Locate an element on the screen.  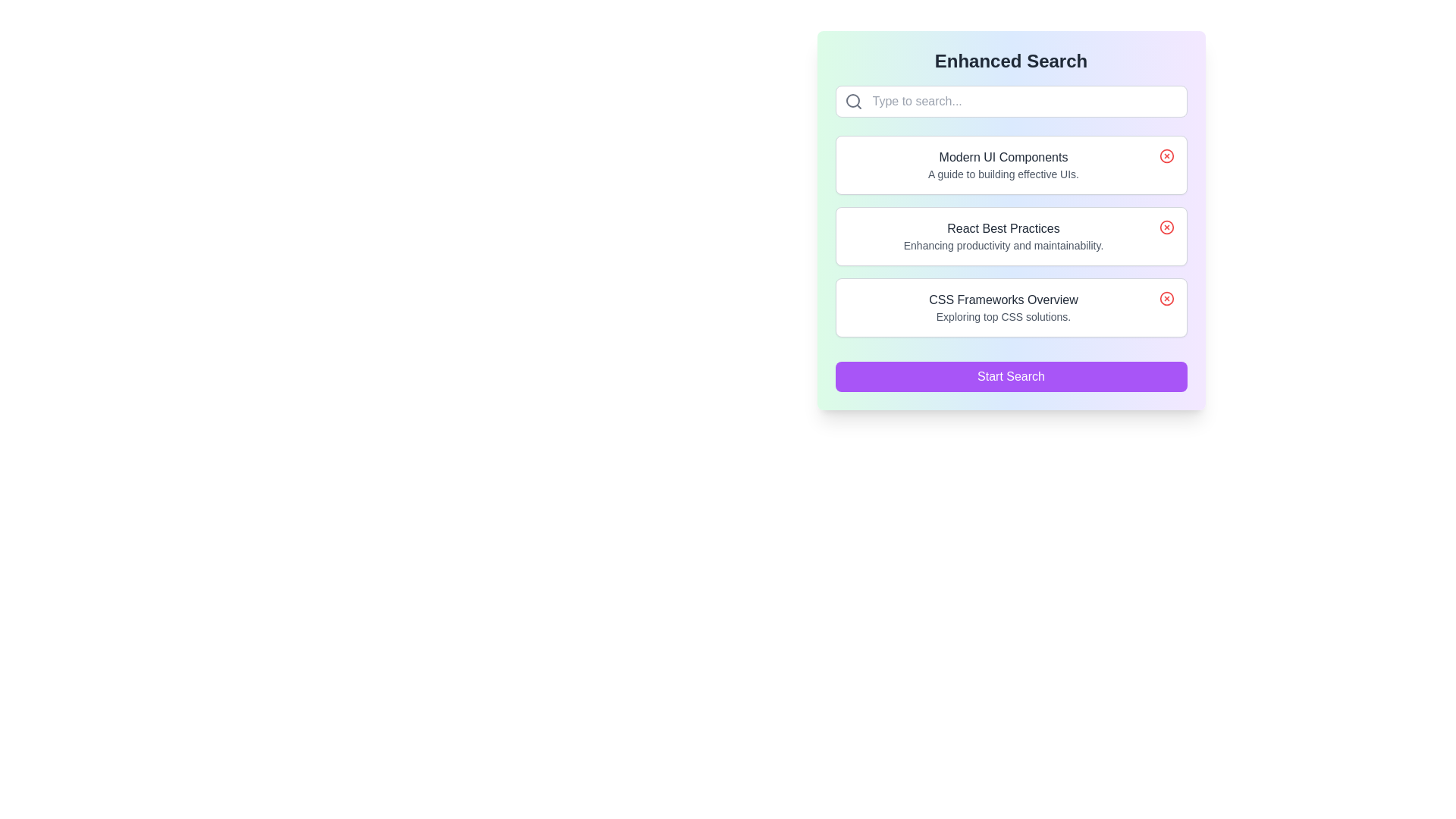
the red circular icon button with an 'X' symbol located at the far right edge of the topmost card titled 'Modern UI Components' is located at coordinates (1166, 155).